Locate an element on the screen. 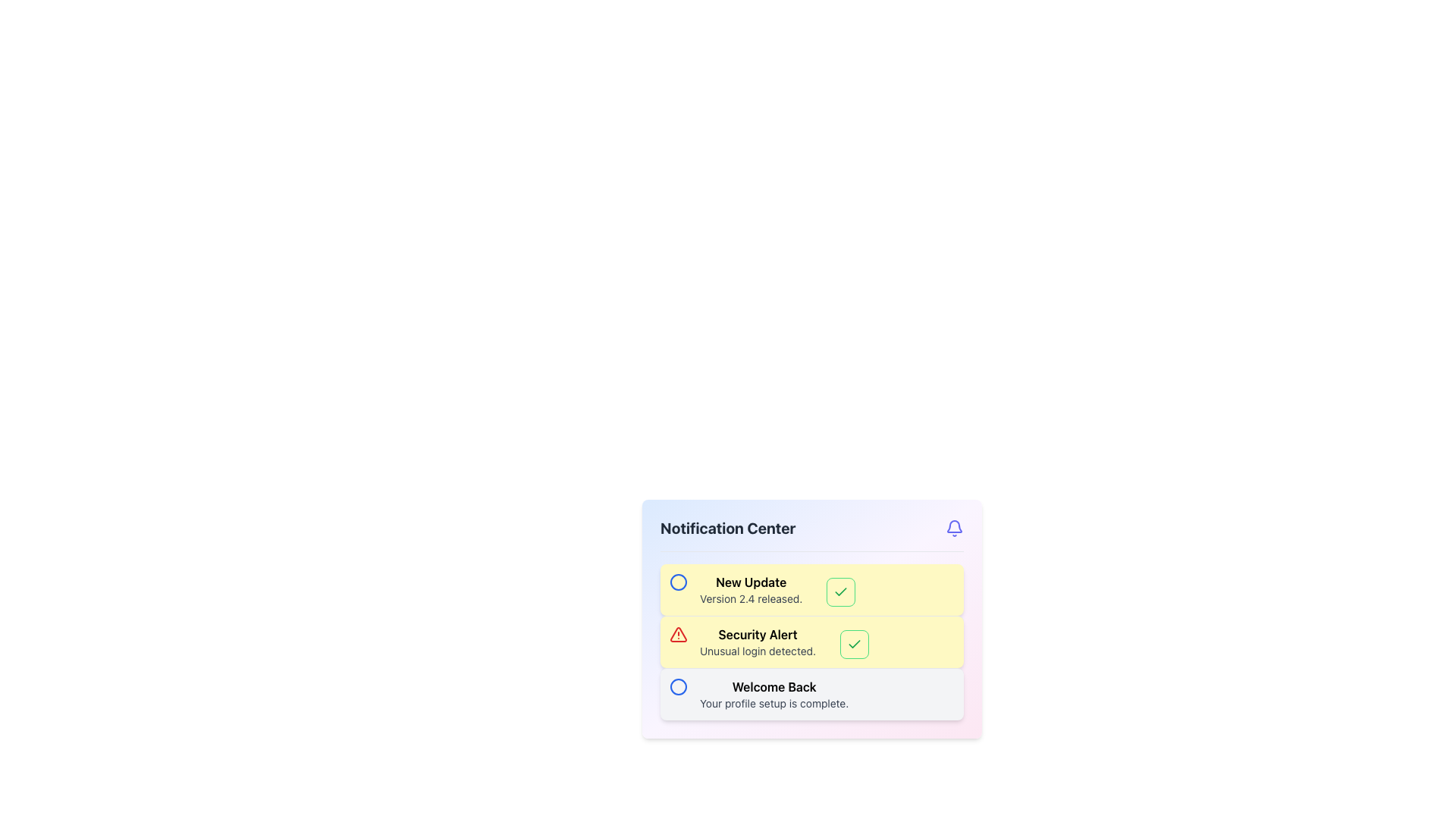 The height and width of the screenshot is (819, 1456). the second notification item in the 'Notification Center' panel to acknowledge or access more details about the unusual login activity alert is located at coordinates (758, 642).